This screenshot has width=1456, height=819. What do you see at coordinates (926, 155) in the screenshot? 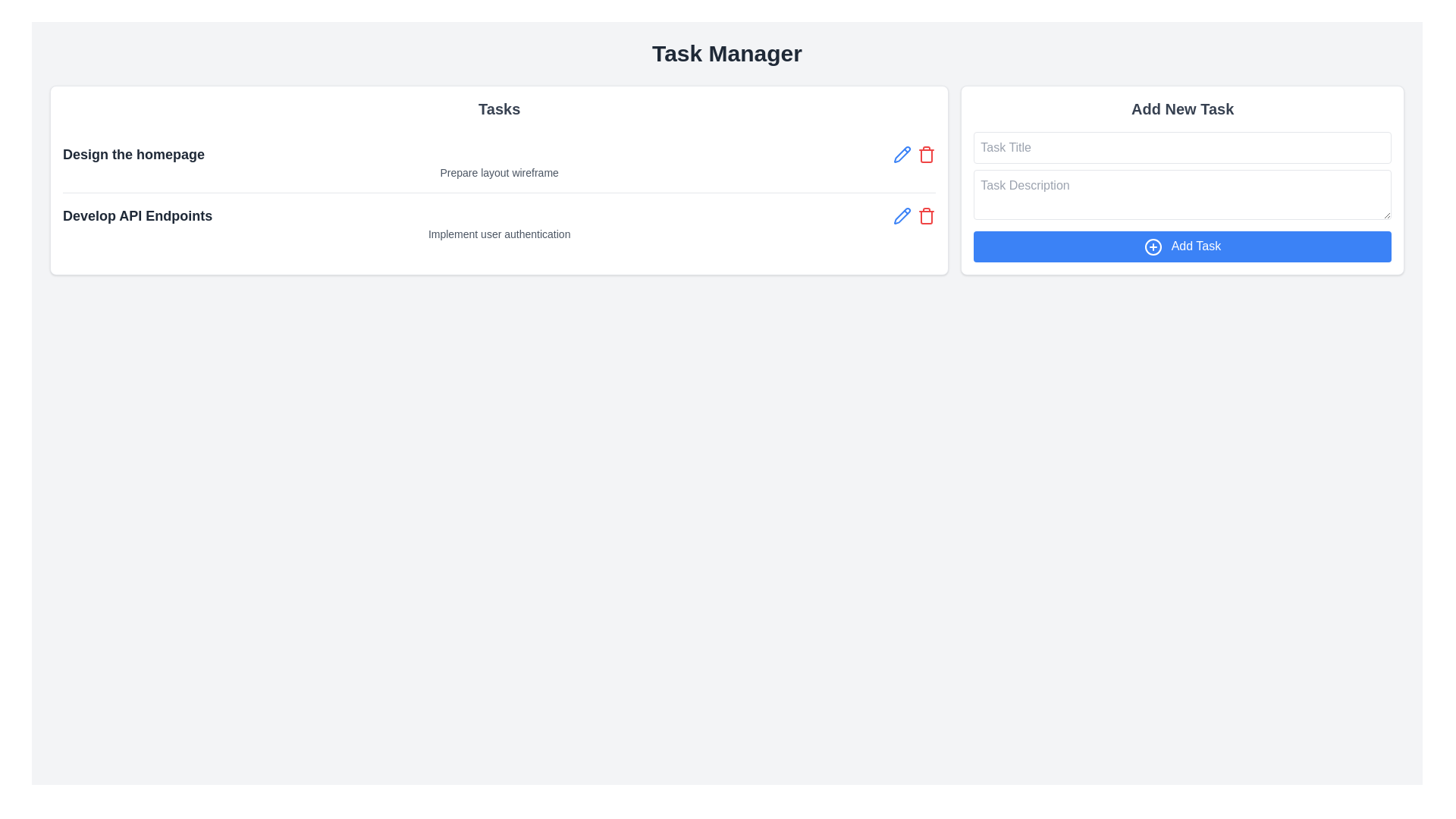
I see `the trash bin icon button` at bounding box center [926, 155].